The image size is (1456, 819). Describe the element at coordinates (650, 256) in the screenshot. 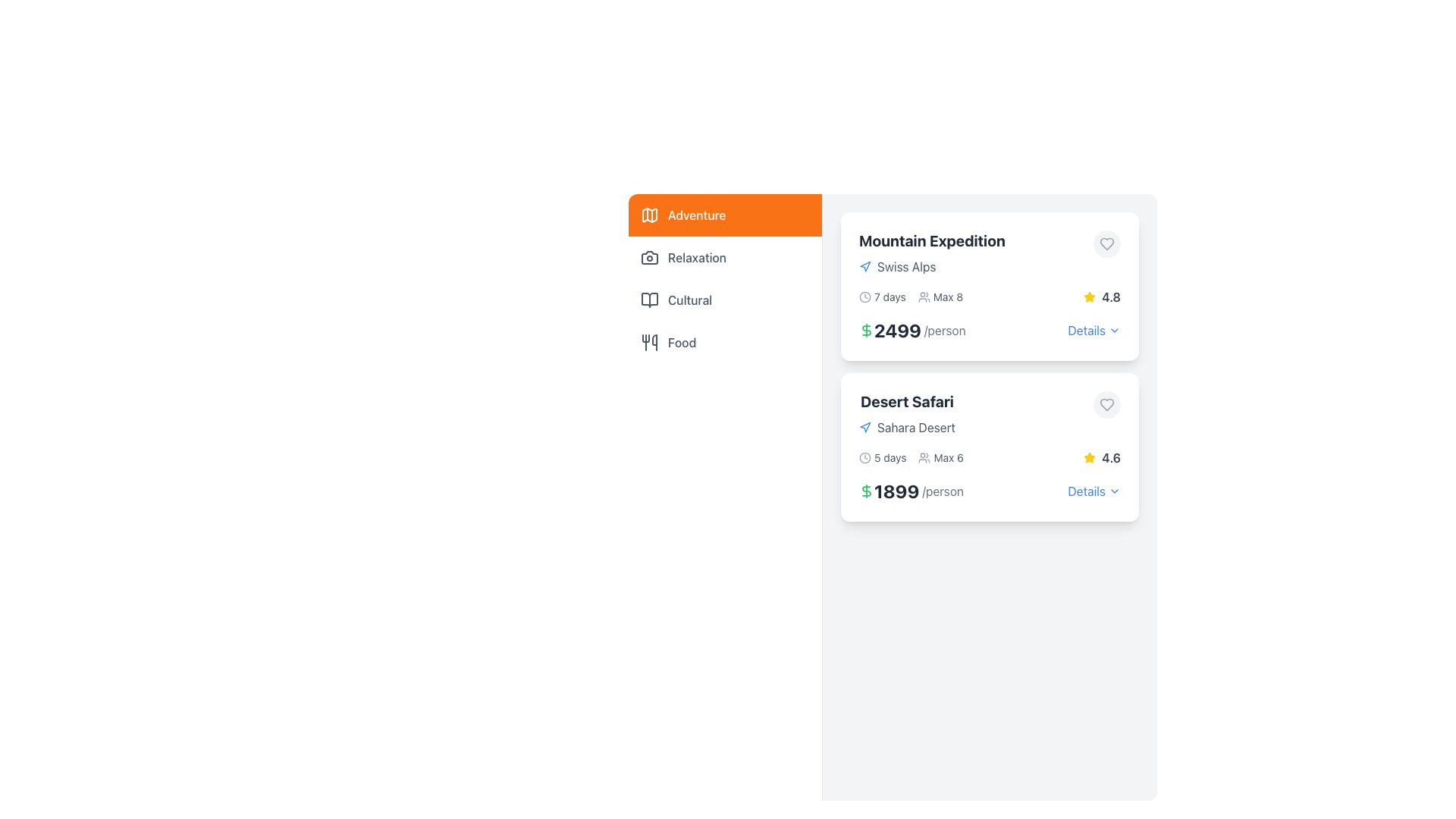

I see `the camera icon located in the sidebar's menu, which is the left-most icon for the 'Relaxation' menu item, styled in monochrome with a rectangular body and circular lens` at that location.